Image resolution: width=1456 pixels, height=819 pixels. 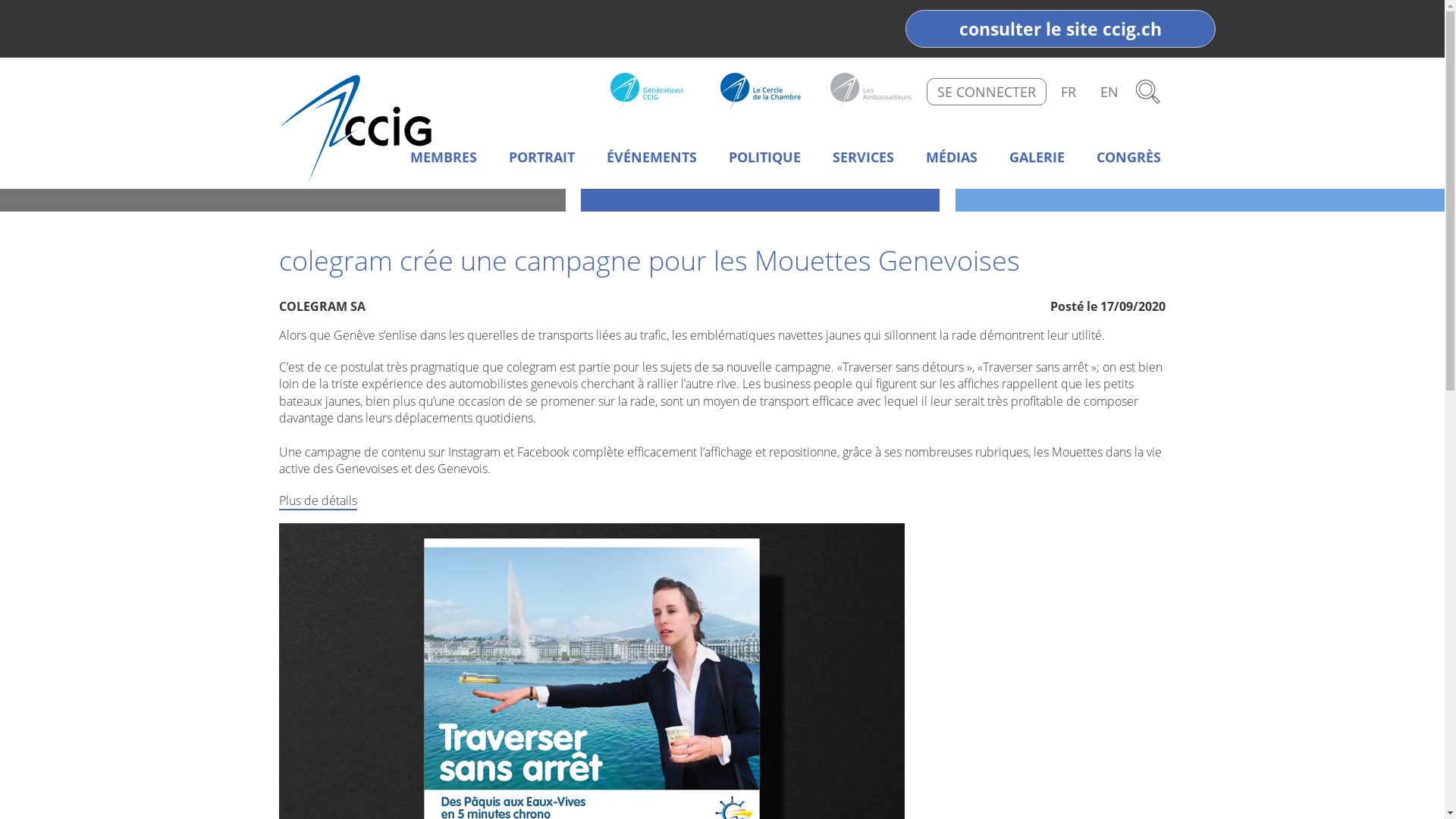 I want to click on 'Rechercher', so click(x=1131, y=91).